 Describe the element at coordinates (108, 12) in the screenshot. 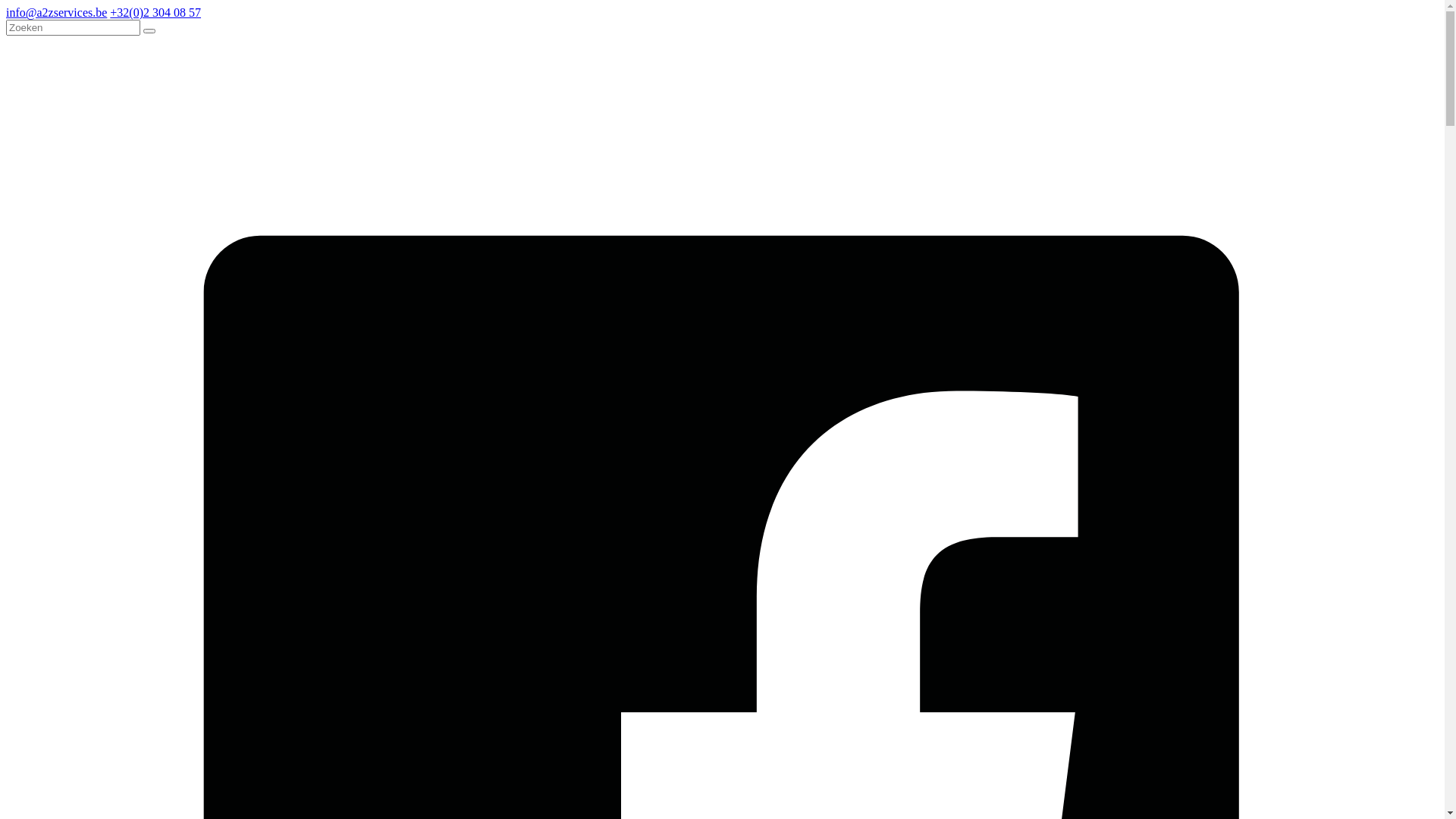

I see `'+32(0)2 304 08 57'` at that location.